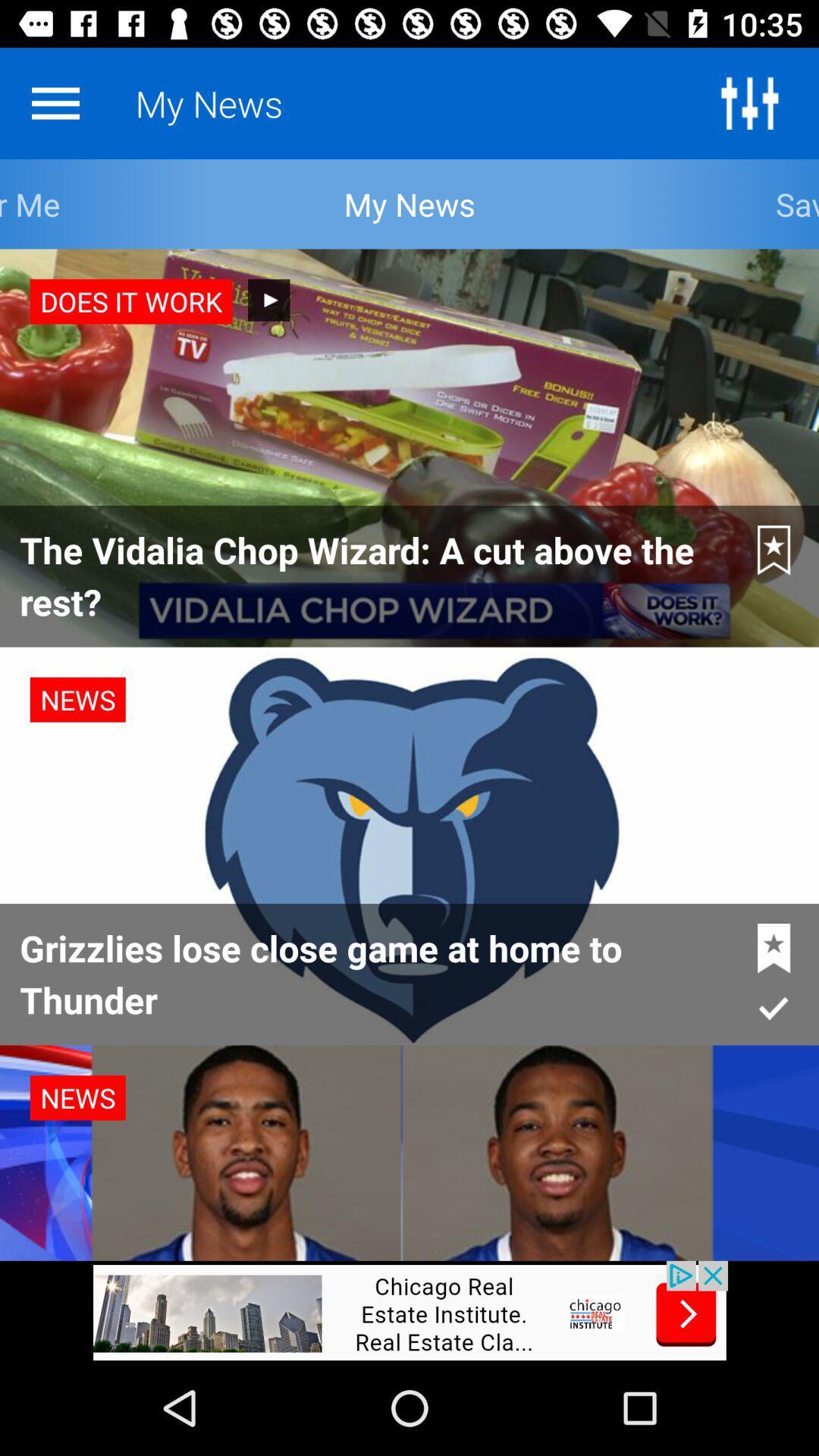 The width and height of the screenshot is (819, 1456). Describe the element at coordinates (748, 102) in the screenshot. I see `the sliders icon` at that location.